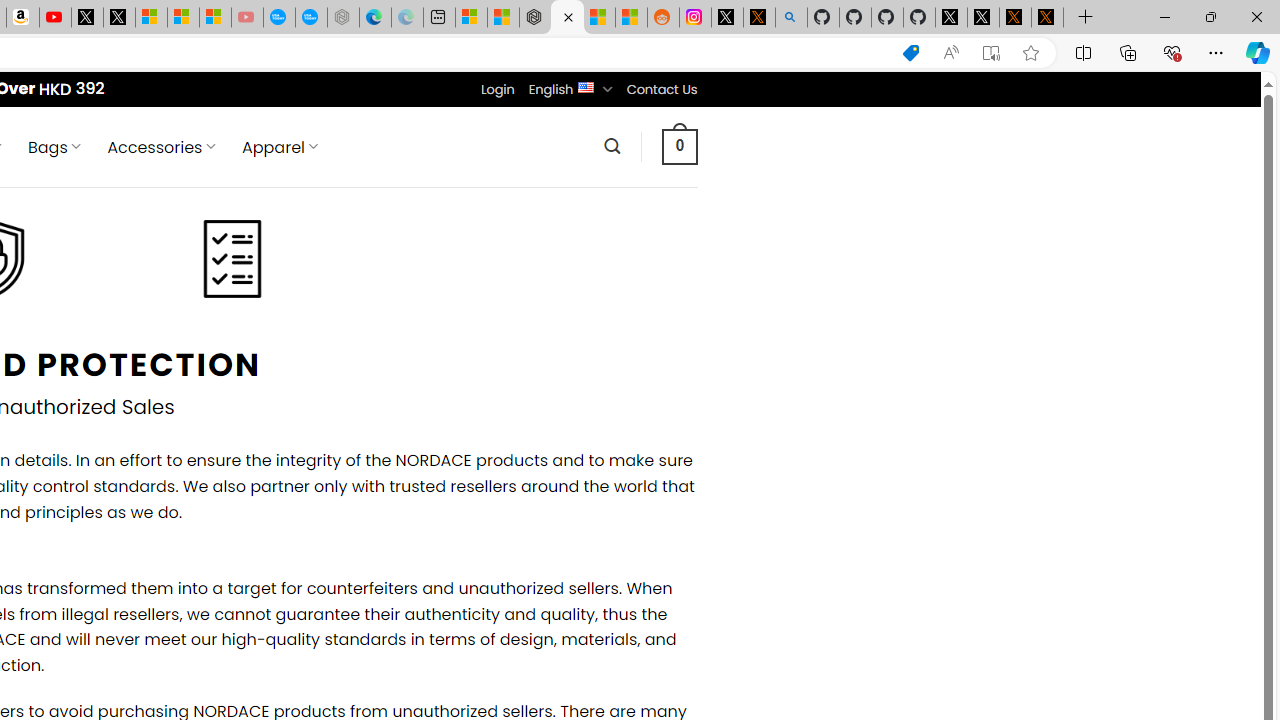  What do you see at coordinates (679, 145) in the screenshot?
I see `' 0 '` at bounding box center [679, 145].